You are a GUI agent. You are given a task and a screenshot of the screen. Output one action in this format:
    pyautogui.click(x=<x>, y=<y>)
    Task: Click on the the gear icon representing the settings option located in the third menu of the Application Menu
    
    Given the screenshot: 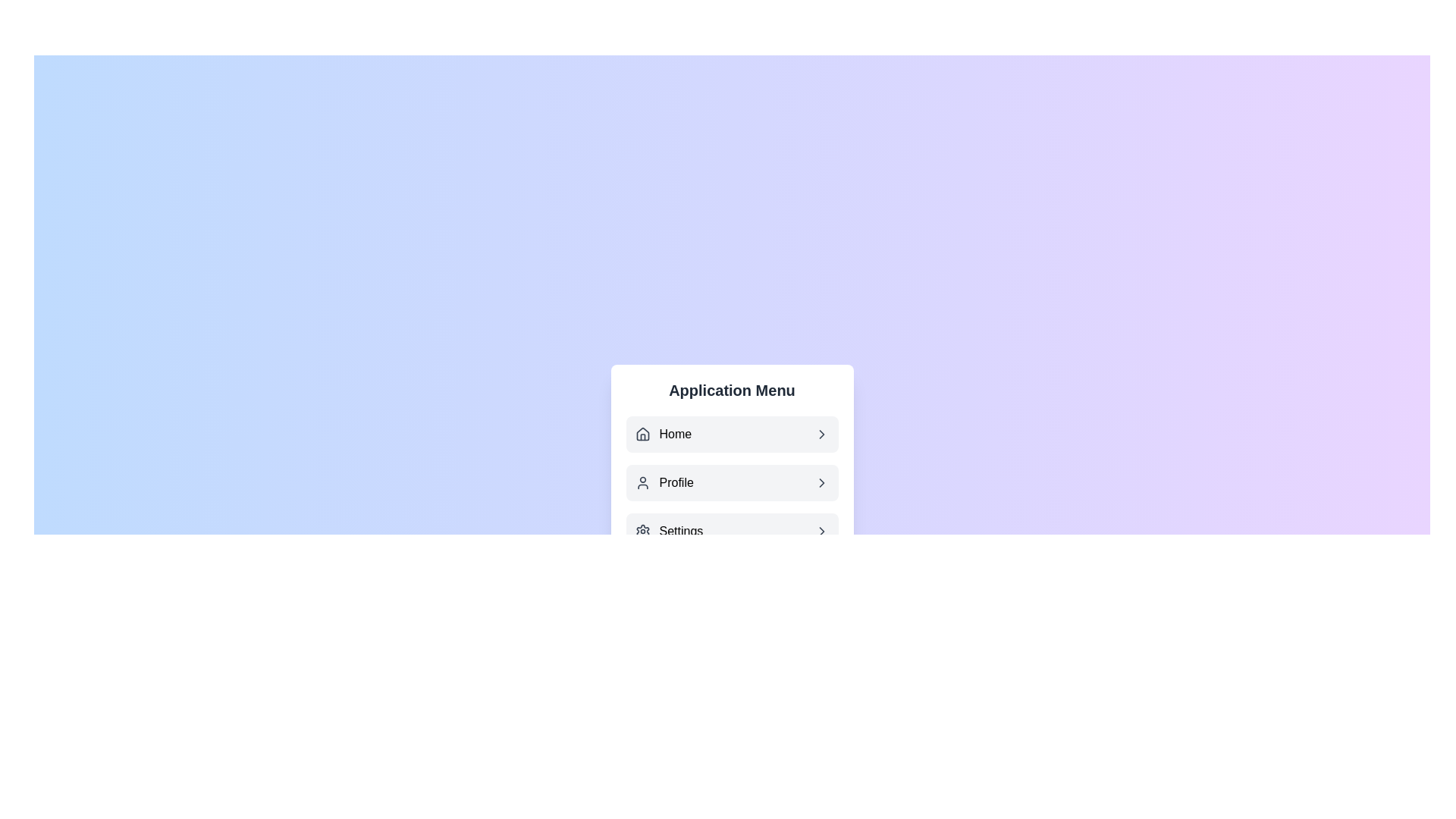 What is the action you would take?
    pyautogui.click(x=642, y=531)
    